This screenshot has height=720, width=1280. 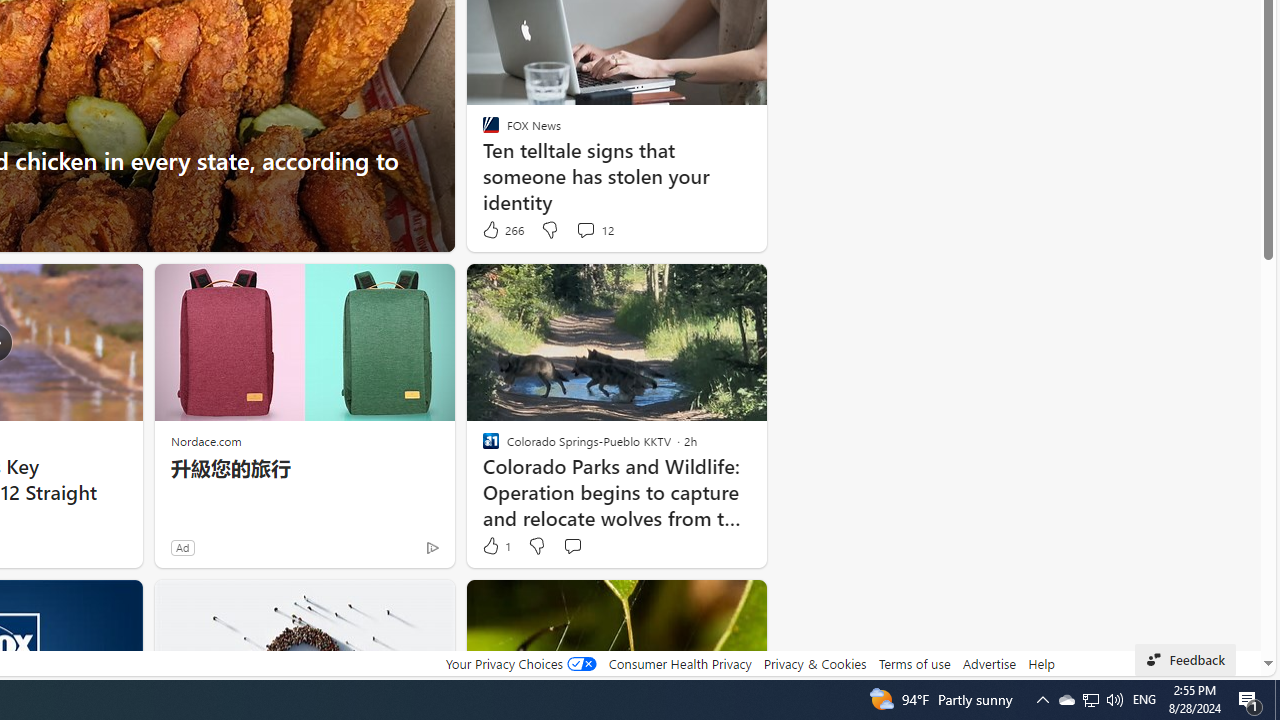 I want to click on 'View comments 12 Comment', so click(x=593, y=229).